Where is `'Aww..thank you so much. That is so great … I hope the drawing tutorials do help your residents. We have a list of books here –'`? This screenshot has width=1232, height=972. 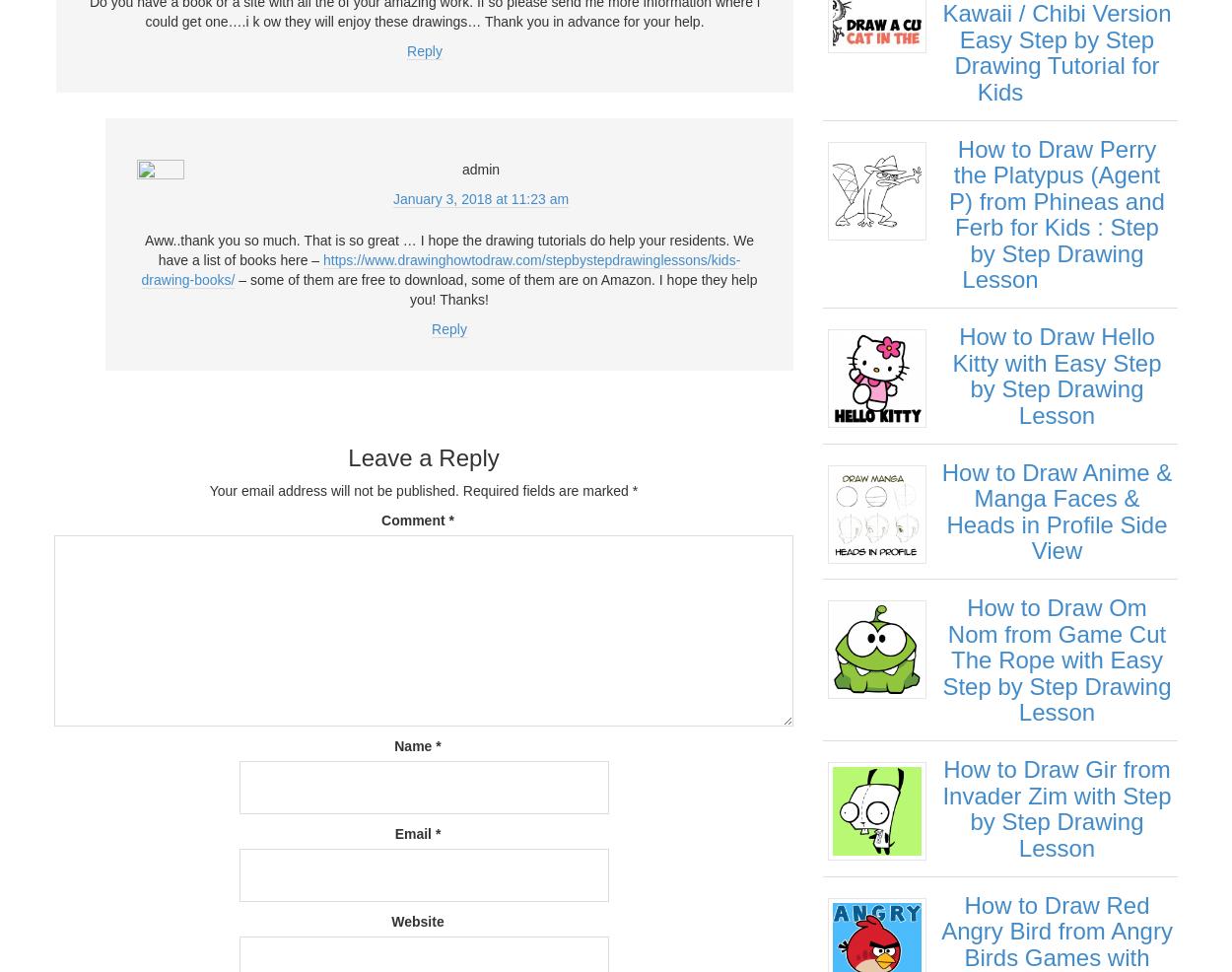
'Aww..thank you so much. That is so great … I hope the drawing tutorials do help your residents. We have a list of books here –' is located at coordinates (145, 249).